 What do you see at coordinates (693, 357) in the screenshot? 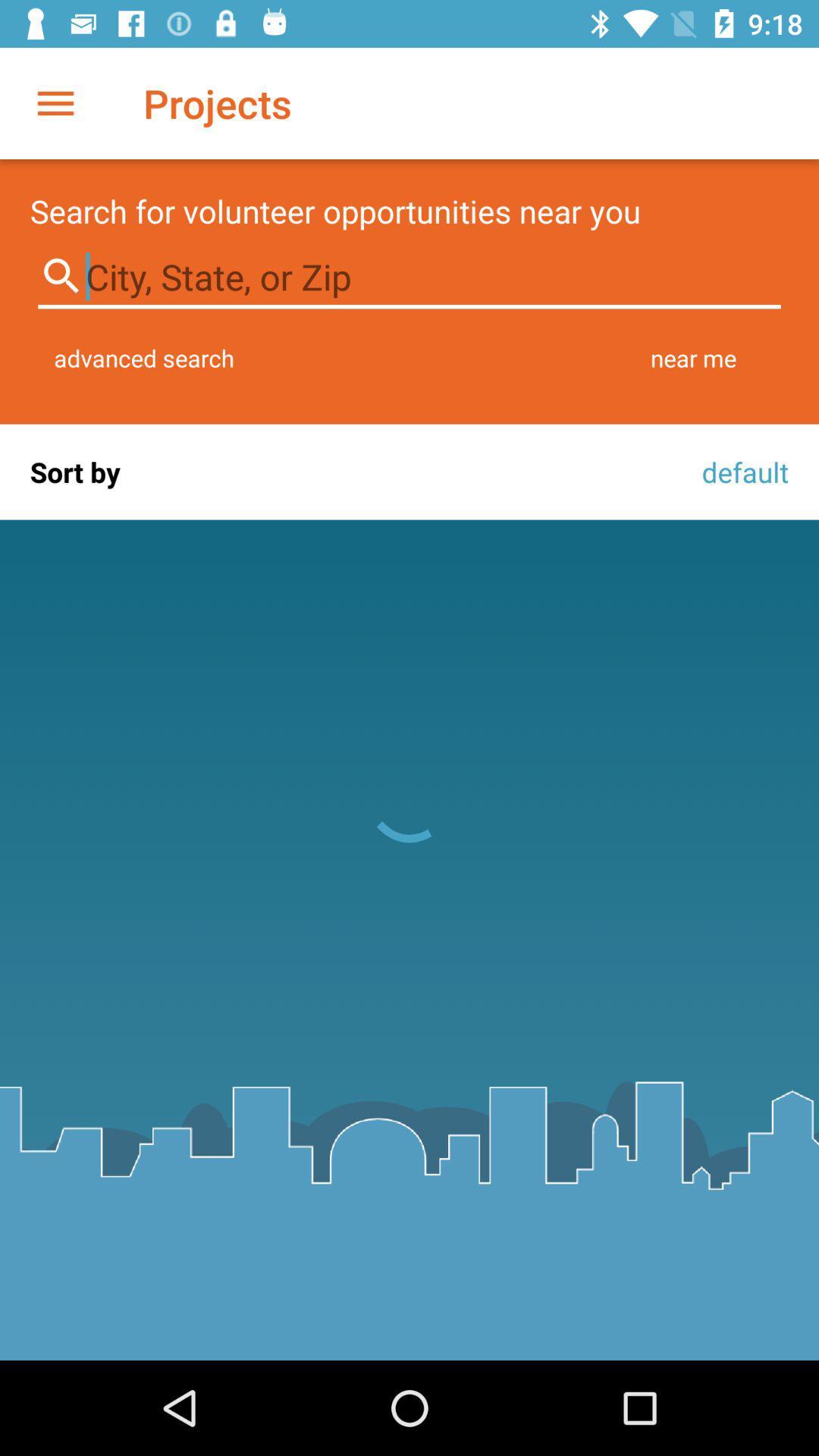
I see `icon next to advanced search` at bounding box center [693, 357].